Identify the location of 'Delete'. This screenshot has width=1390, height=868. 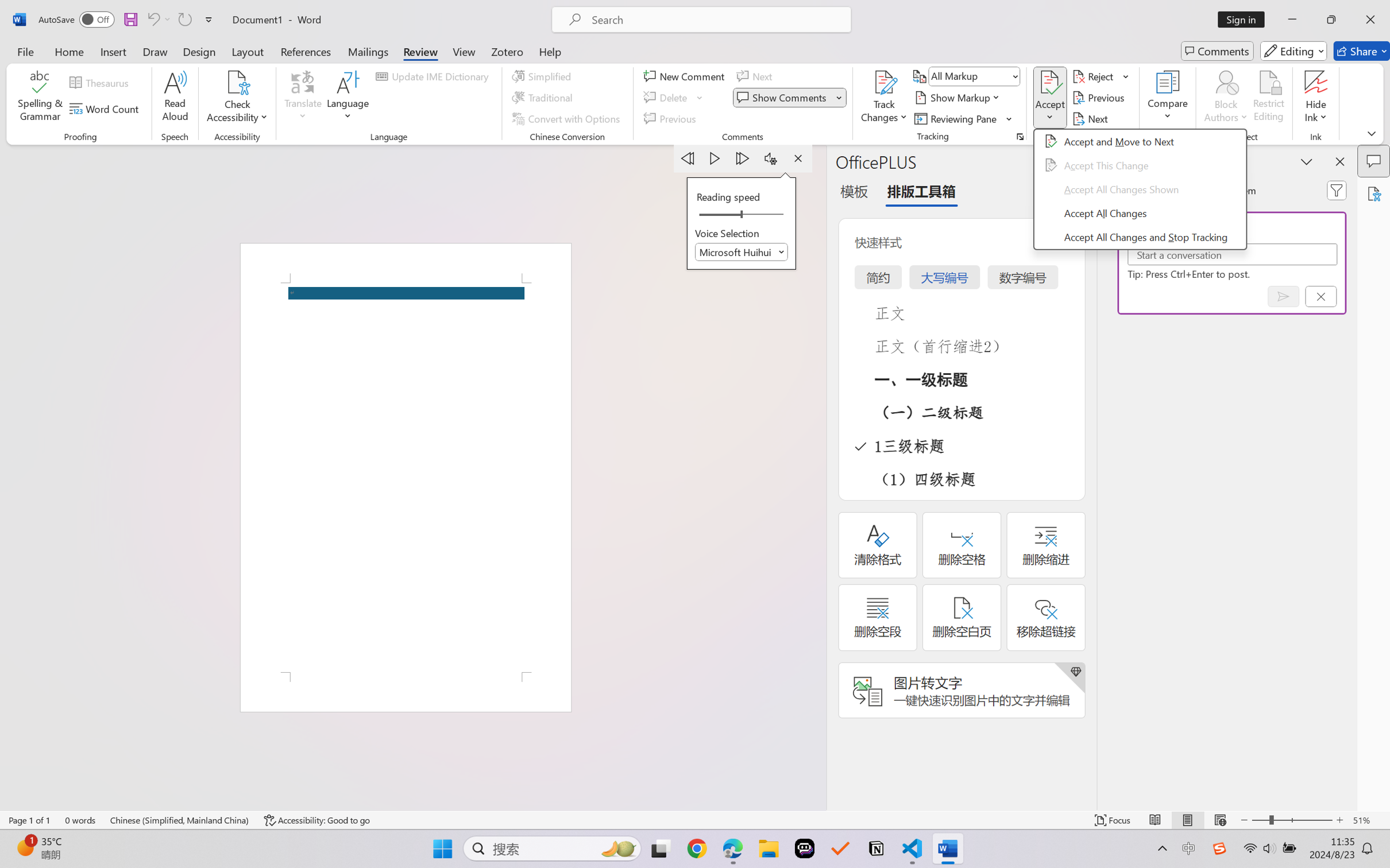
(667, 98).